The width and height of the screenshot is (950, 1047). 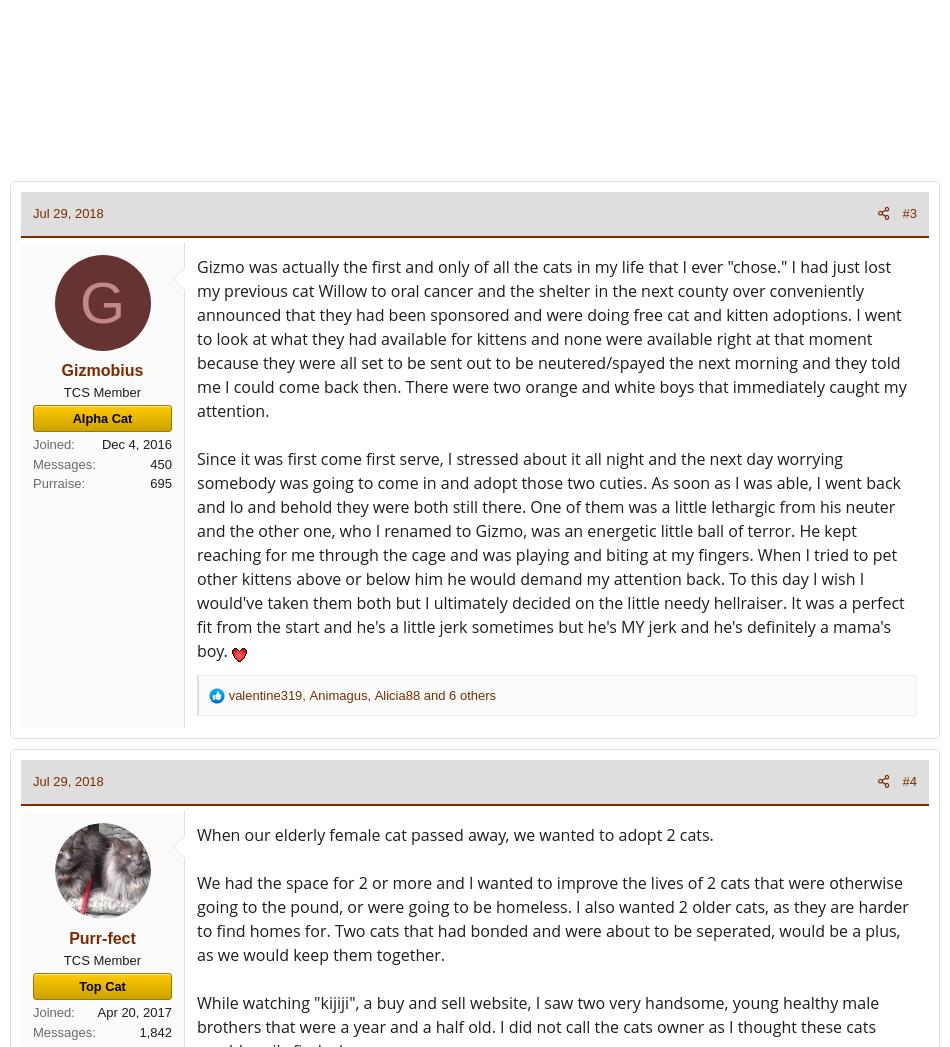 What do you see at coordinates (57, 482) in the screenshot?
I see `'Purraise'` at bounding box center [57, 482].